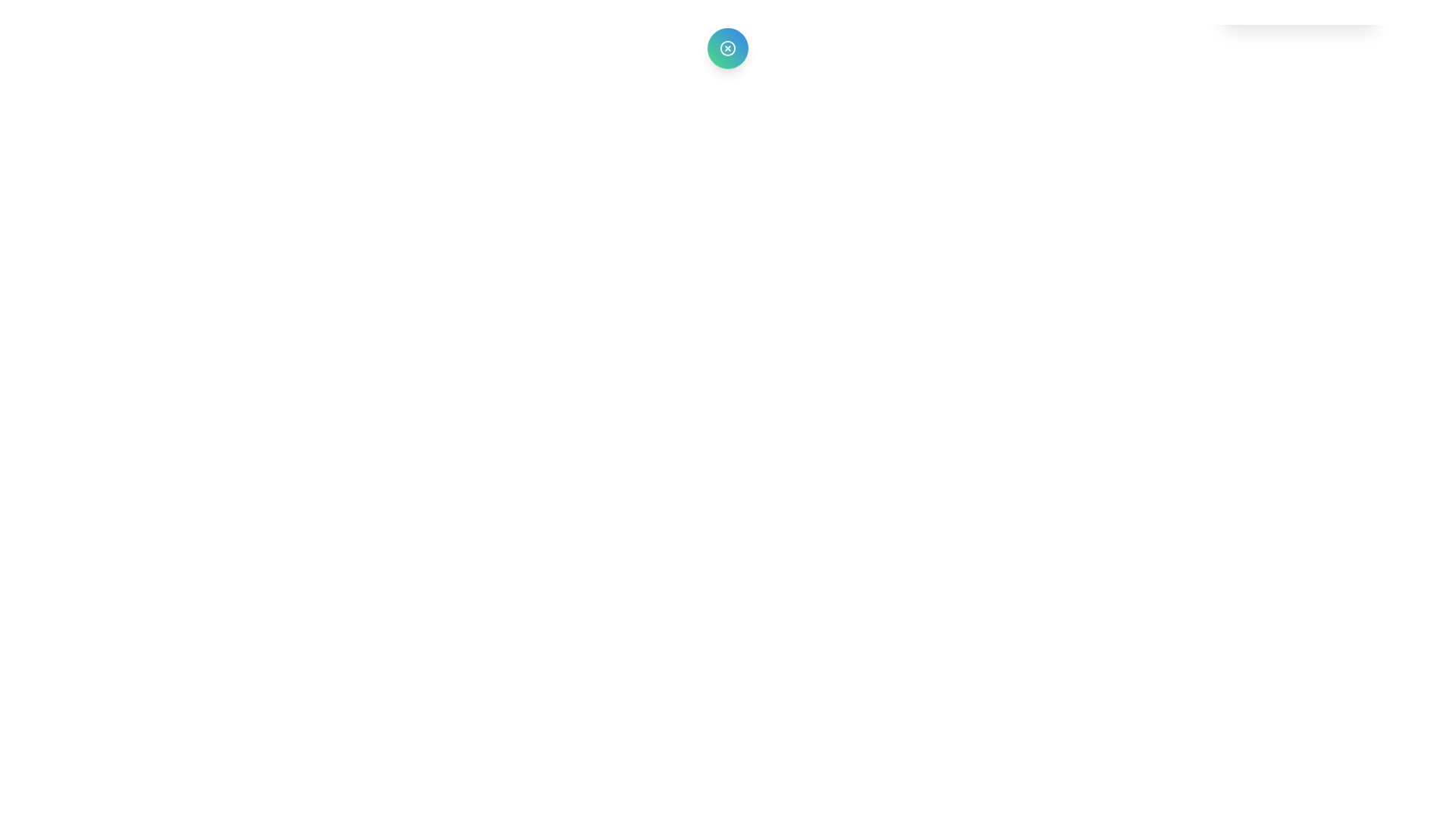 The image size is (1456, 819). I want to click on floating action button to toggle the menu, so click(726, 48).